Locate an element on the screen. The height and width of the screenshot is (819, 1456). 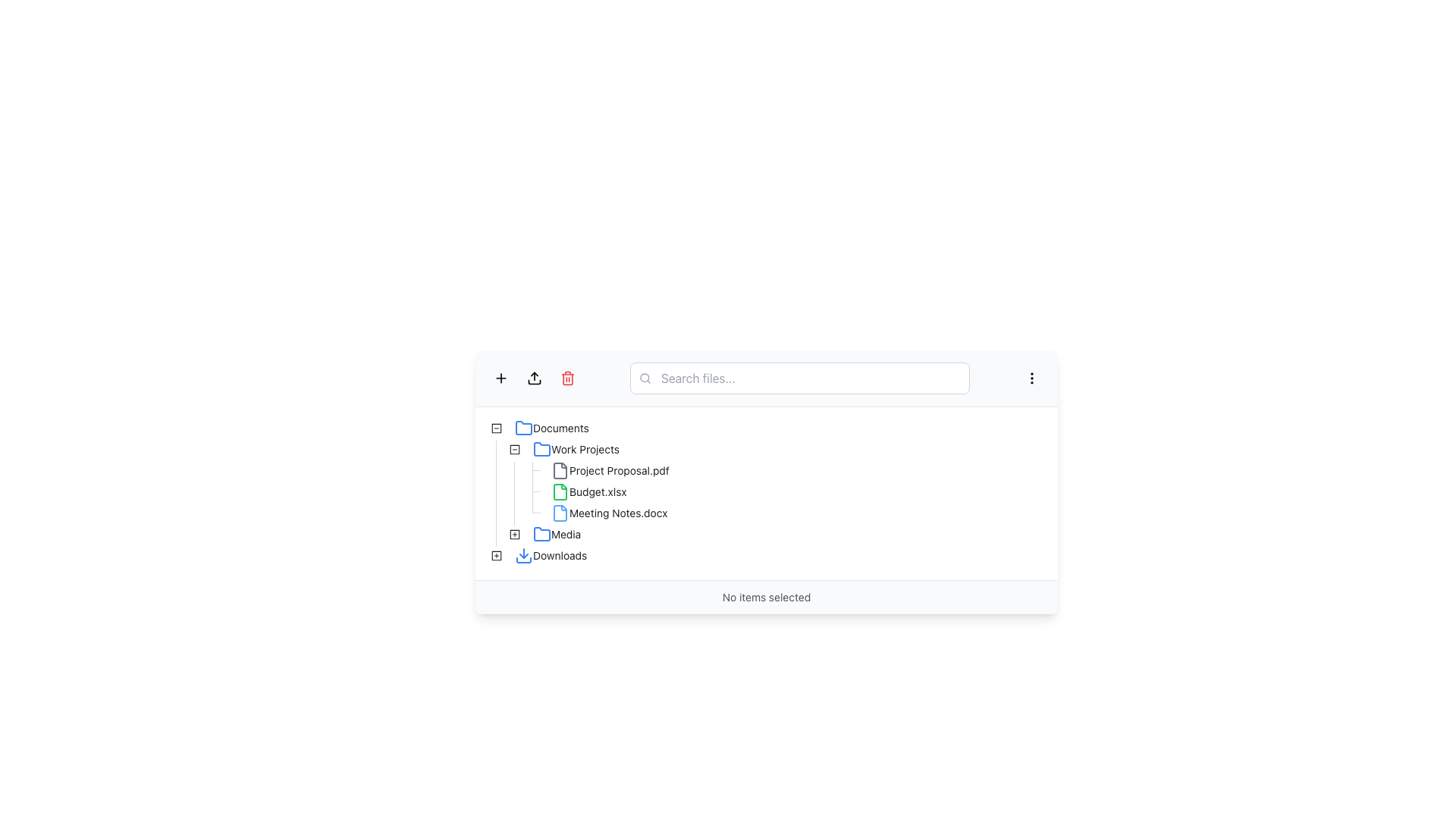
the file entry 'Project Proposal.pdf' is located at coordinates (610, 470).